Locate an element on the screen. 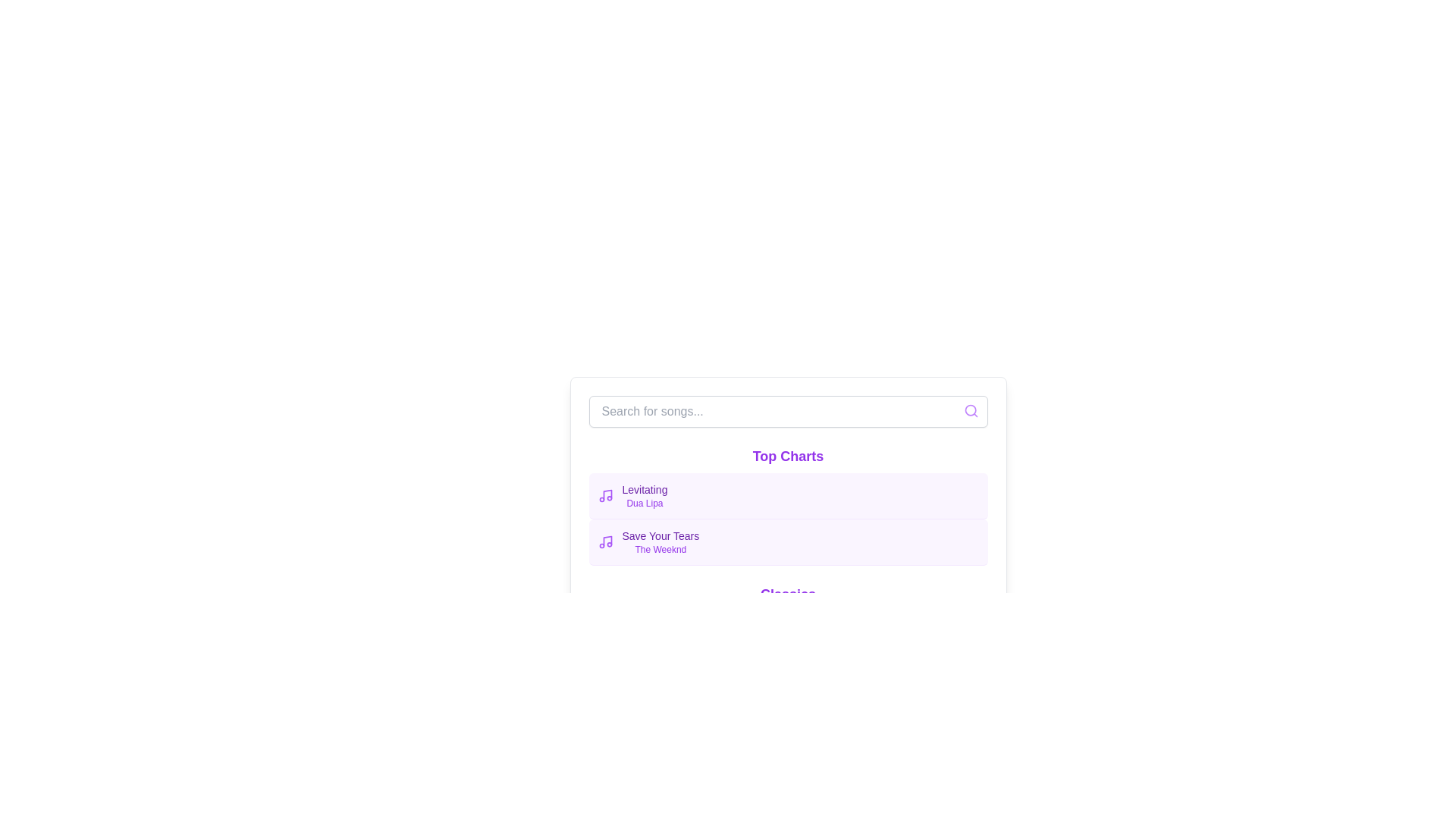  the search icon located inside the text input field, aligned to its right edge is located at coordinates (971, 411).